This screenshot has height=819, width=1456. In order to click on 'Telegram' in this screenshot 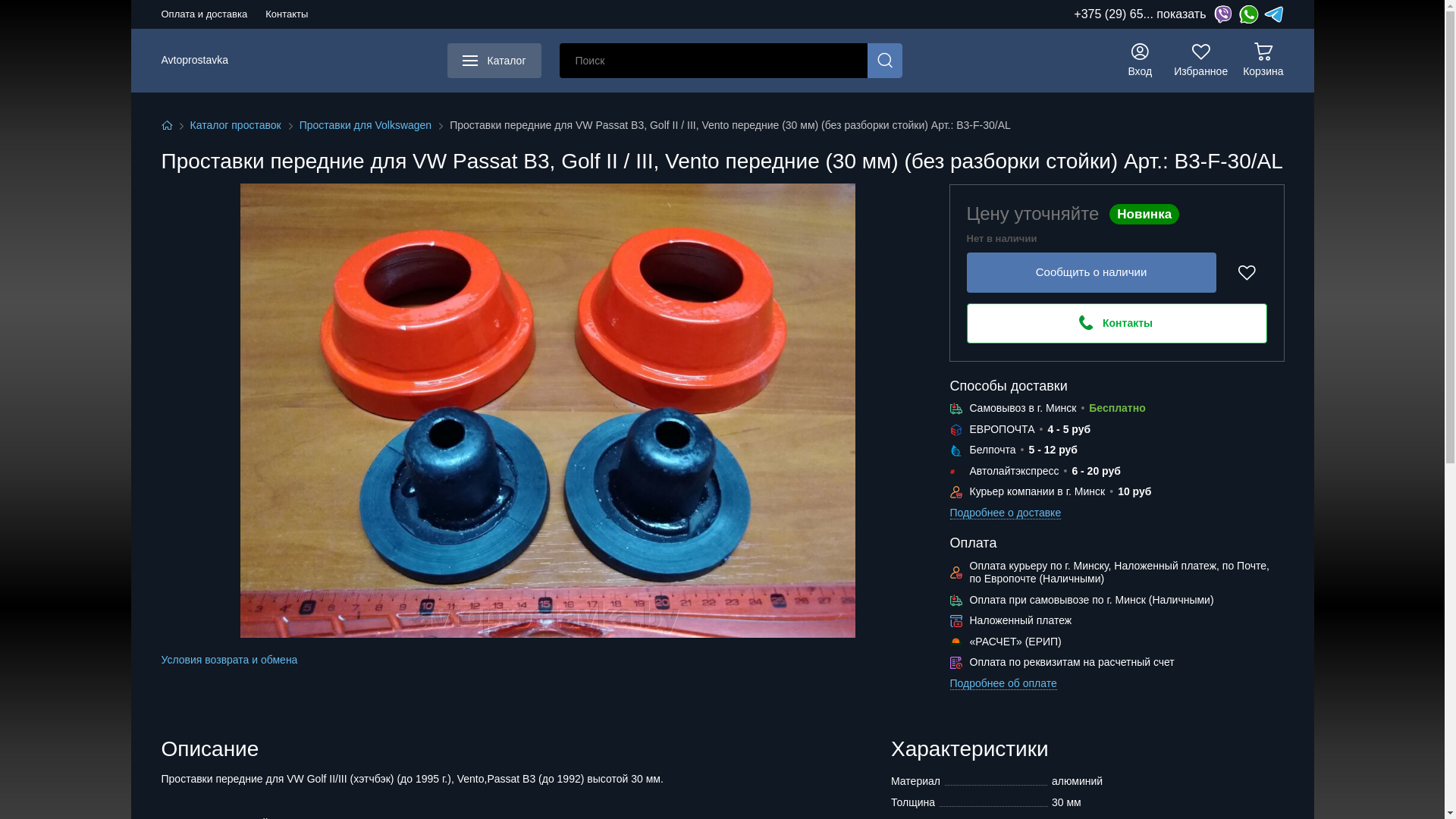, I will do `click(1274, 14)`.